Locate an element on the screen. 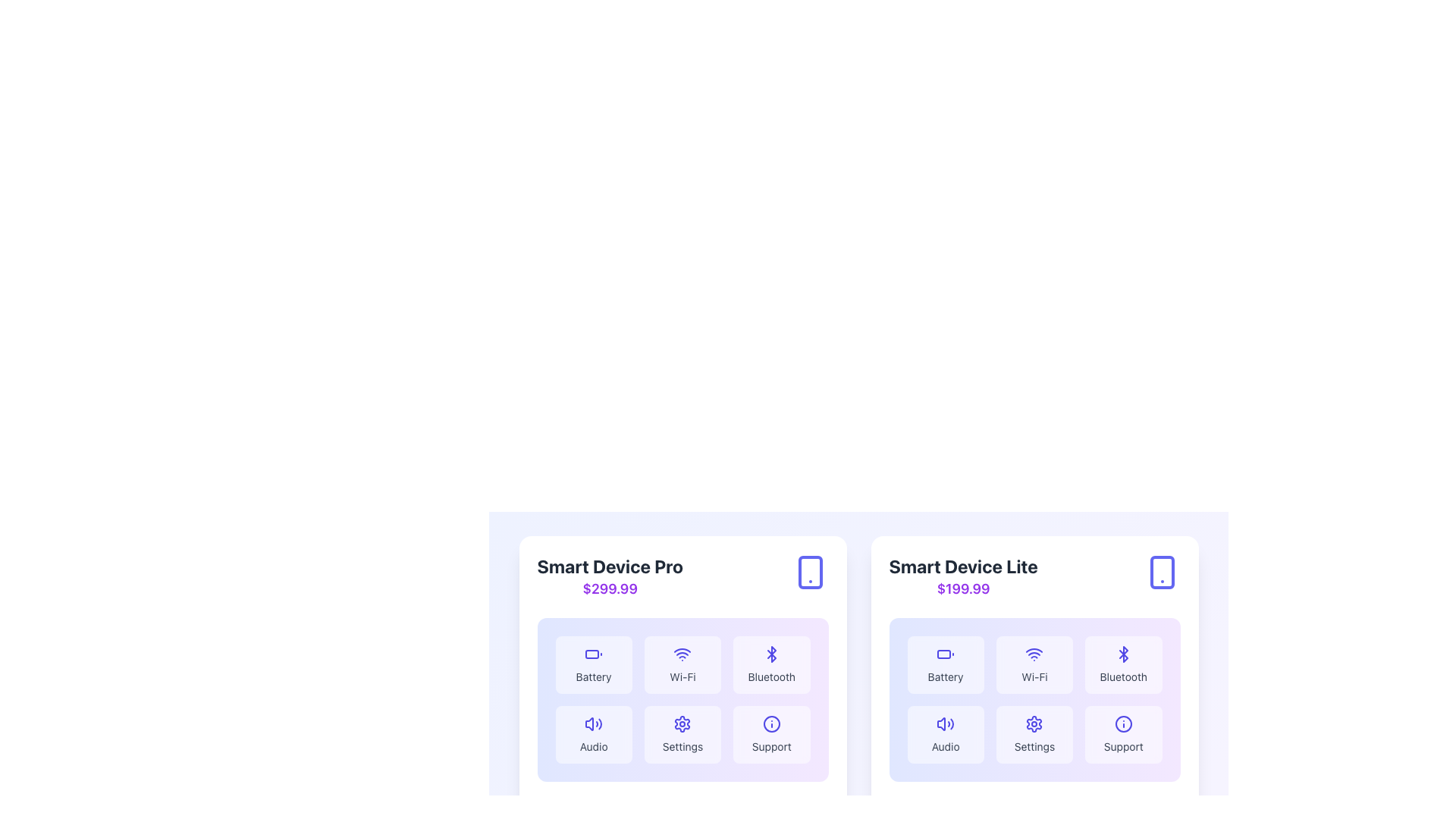  the support icon located in the bottom-right region of the Smart Device Lite interface is located at coordinates (1123, 723).